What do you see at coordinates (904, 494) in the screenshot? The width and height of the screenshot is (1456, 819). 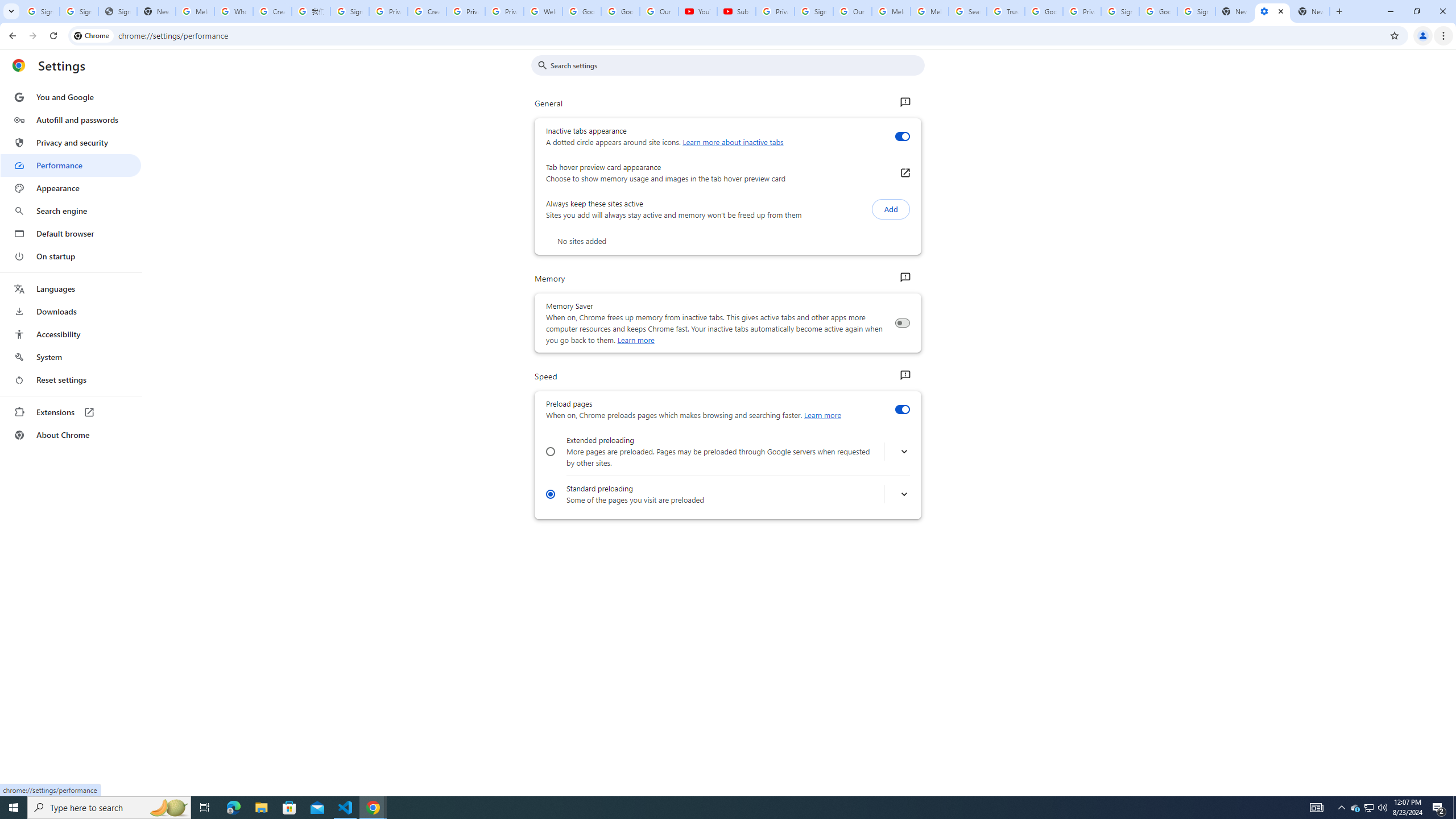 I see `' More info about turning on standard preloading'` at bounding box center [904, 494].